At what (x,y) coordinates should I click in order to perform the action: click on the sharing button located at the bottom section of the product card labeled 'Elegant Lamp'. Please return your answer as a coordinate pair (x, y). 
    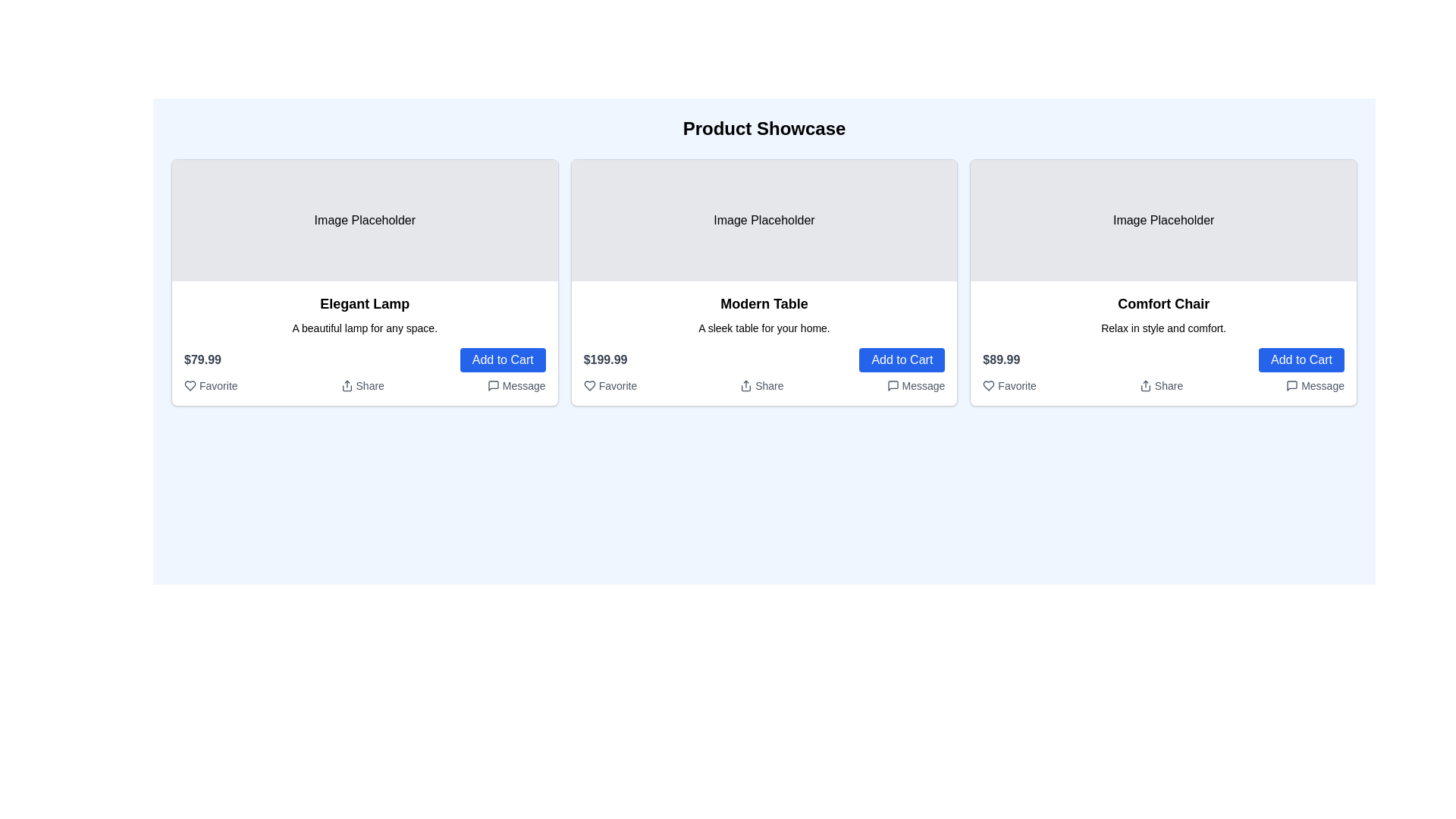
    Looking at the image, I should click on (362, 385).